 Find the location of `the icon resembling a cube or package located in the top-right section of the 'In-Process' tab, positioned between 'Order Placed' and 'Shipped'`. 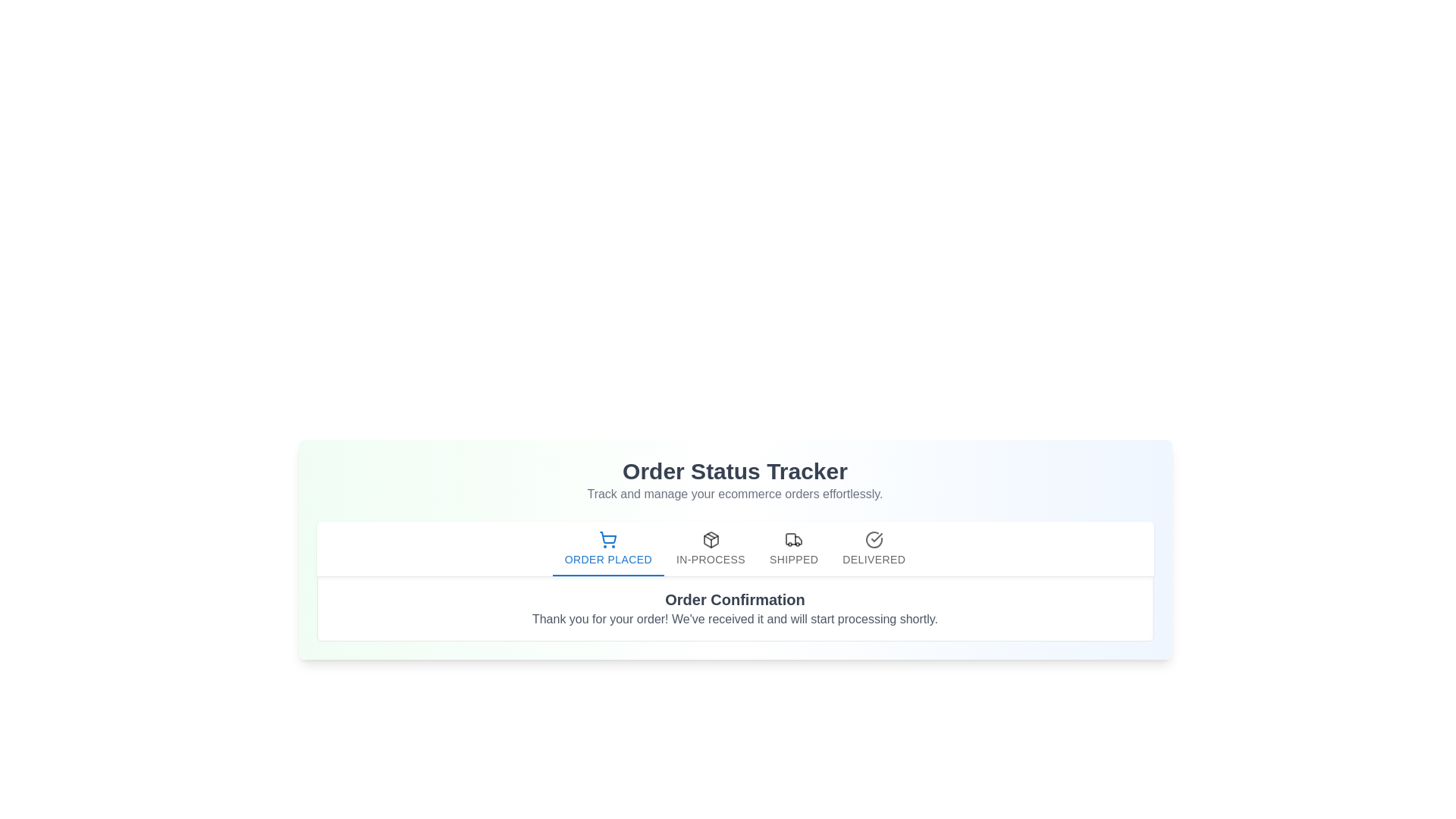

the icon resembling a cube or package located in the top-right section of the 'In-Process' tab, positioned between 'Order Placed' and 'Shipped' is located at coordinates (710, 539).